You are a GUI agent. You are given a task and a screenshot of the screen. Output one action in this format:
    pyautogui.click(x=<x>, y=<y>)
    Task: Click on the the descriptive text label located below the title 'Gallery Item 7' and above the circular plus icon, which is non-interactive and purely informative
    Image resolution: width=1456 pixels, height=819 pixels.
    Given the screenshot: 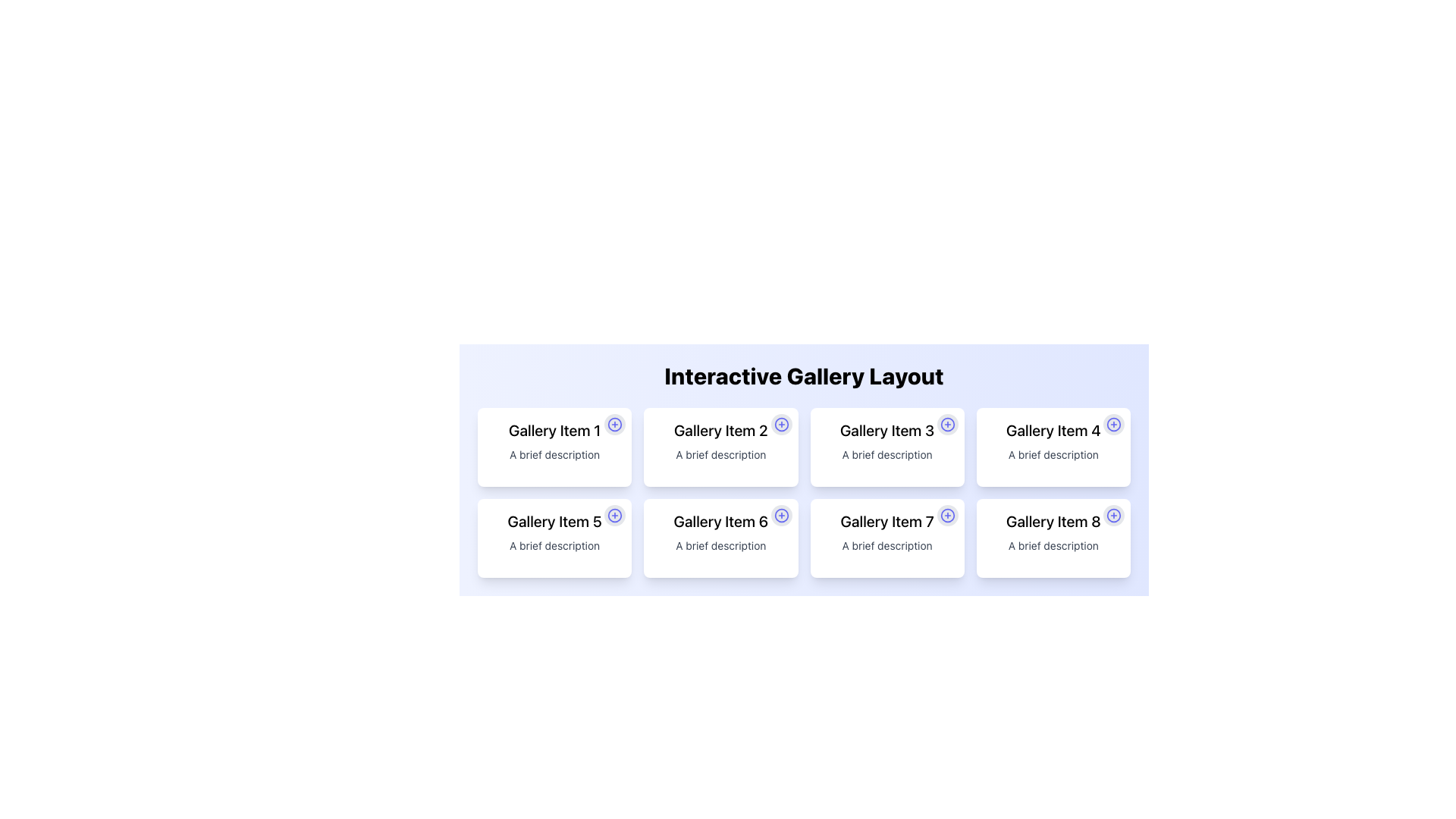 What is the action you would take?
    pyautogui.click(x=887, y=546)
    